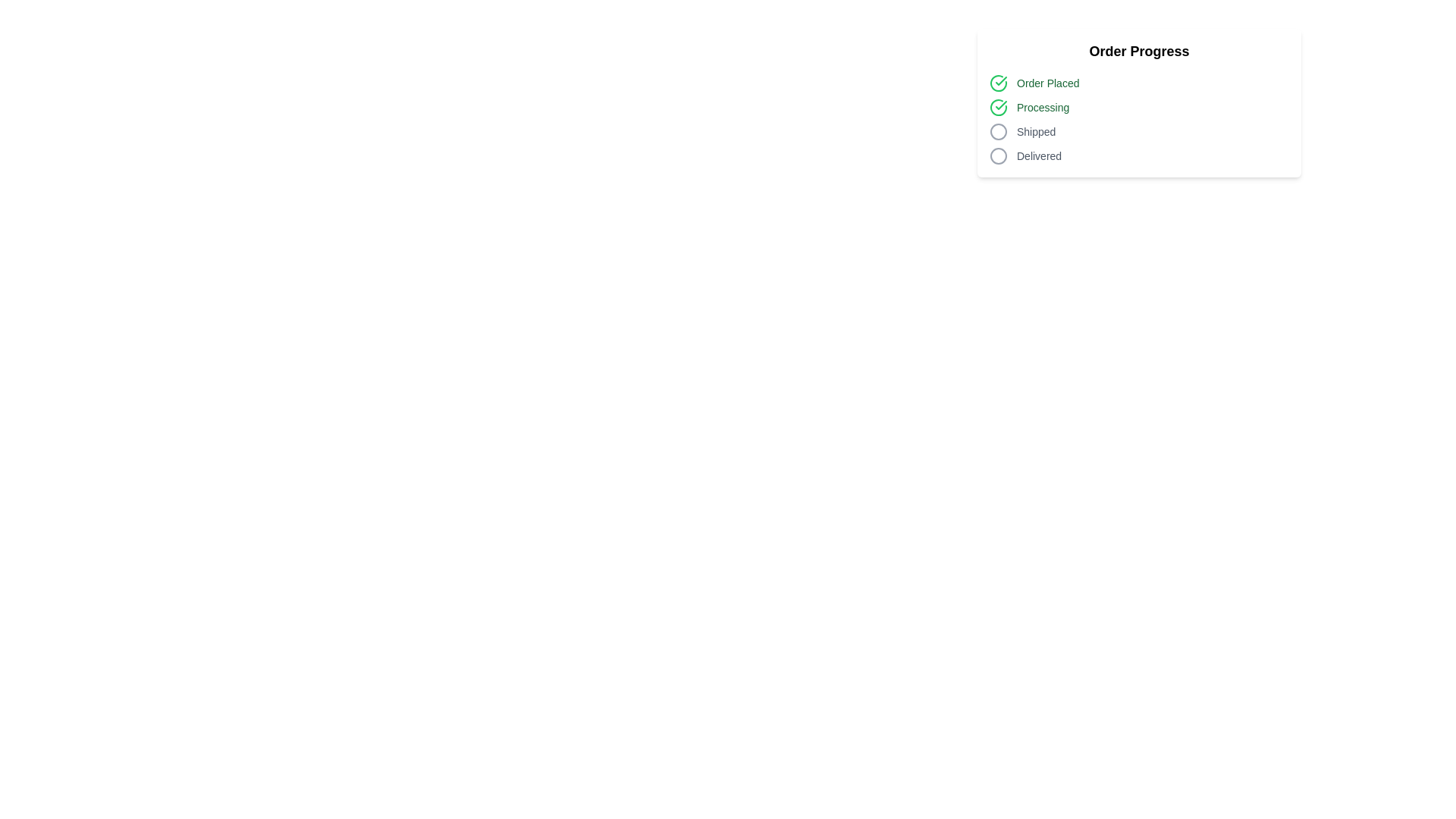 The height and width of the screenshot is (819, 1456). What do you see at coordinates (1139, 107) in the screenshot?
I see `the 'Processing' status indicator row, which is the second item under the 'Order Progress' title, to associate the status with its completion indicator` at bounding box center [1139, 107].